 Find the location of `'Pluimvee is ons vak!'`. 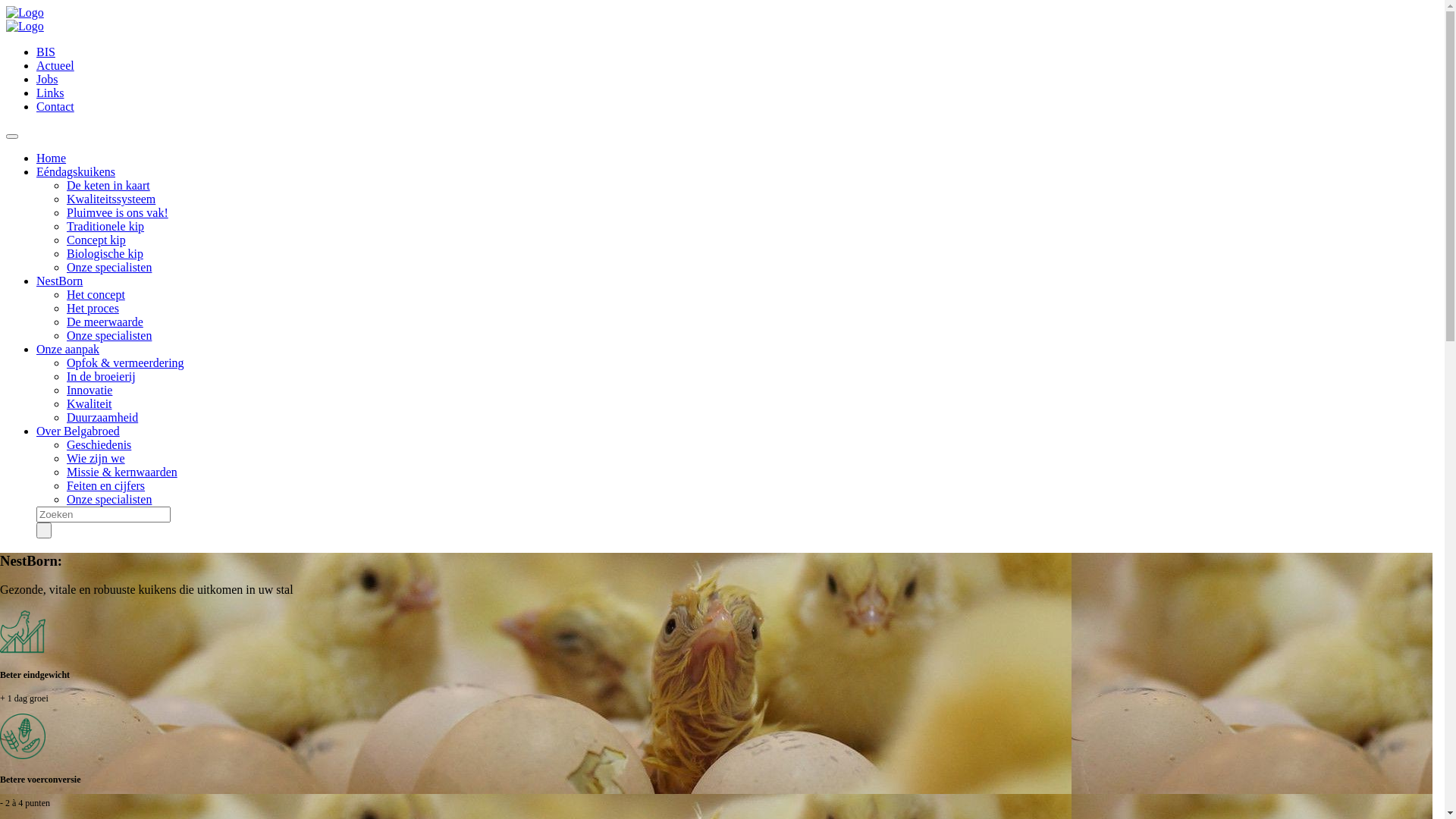

'Pluimvee is ons vak!' is located at coordinates (65, 212).